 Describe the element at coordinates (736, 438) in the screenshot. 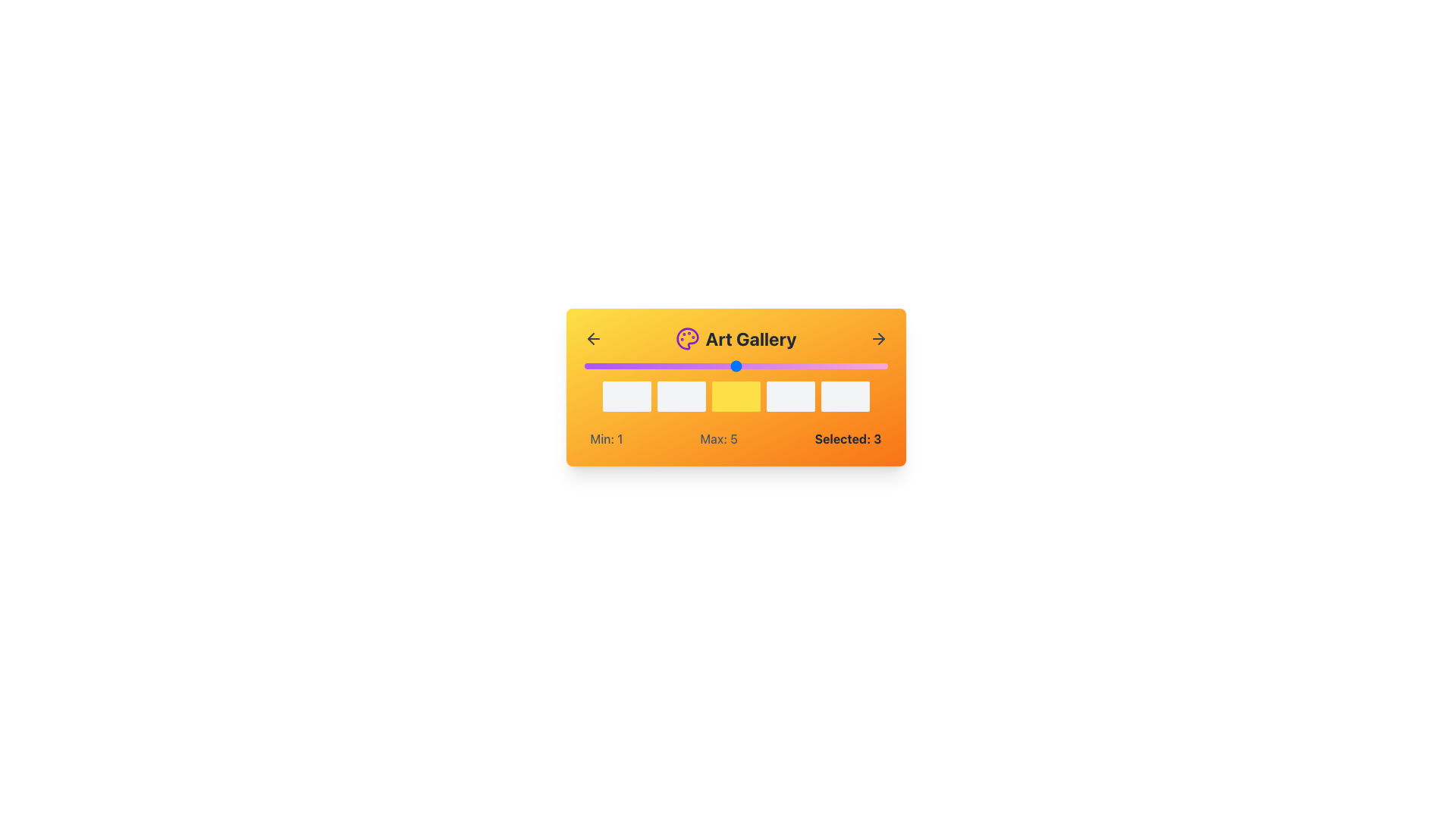

I see `the Text Display that shows 'Min: 1', 'Max: 5', and 'Selected: 3'` at that location.